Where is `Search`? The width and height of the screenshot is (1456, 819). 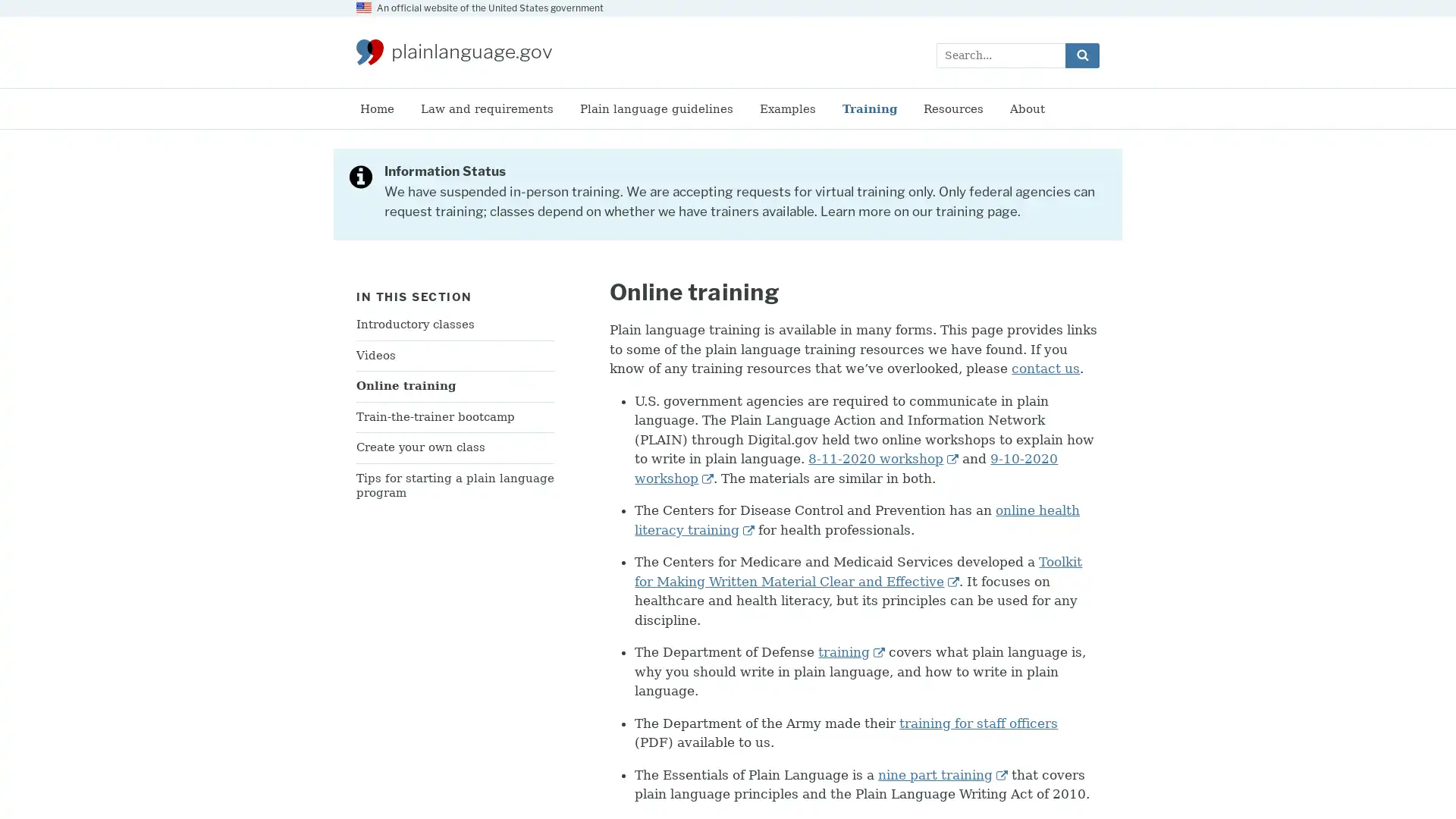 Search is located at coordinates (1081, 54).